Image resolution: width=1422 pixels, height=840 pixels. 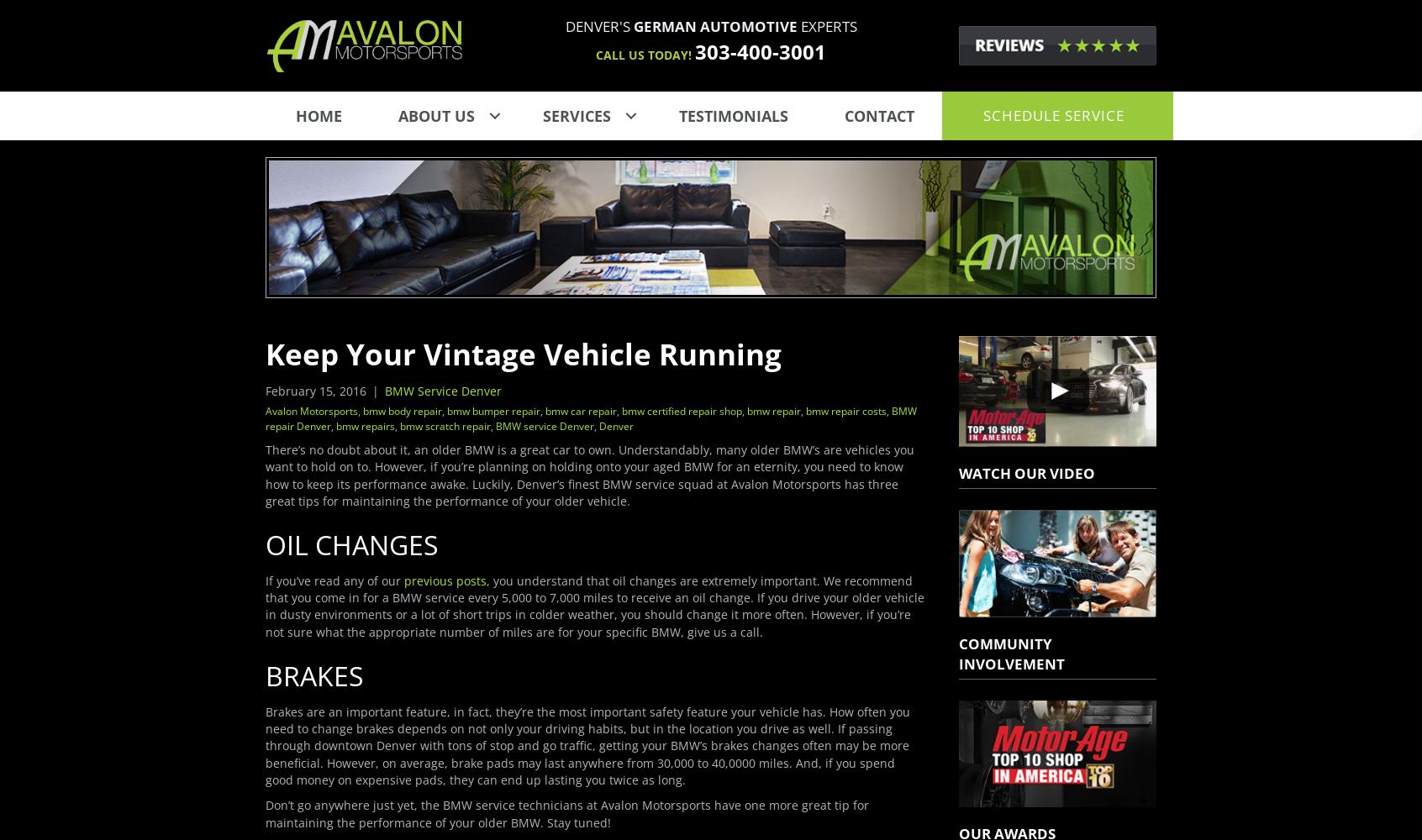 I want to click on 'Watch our video', so click(x=1026, y=472).